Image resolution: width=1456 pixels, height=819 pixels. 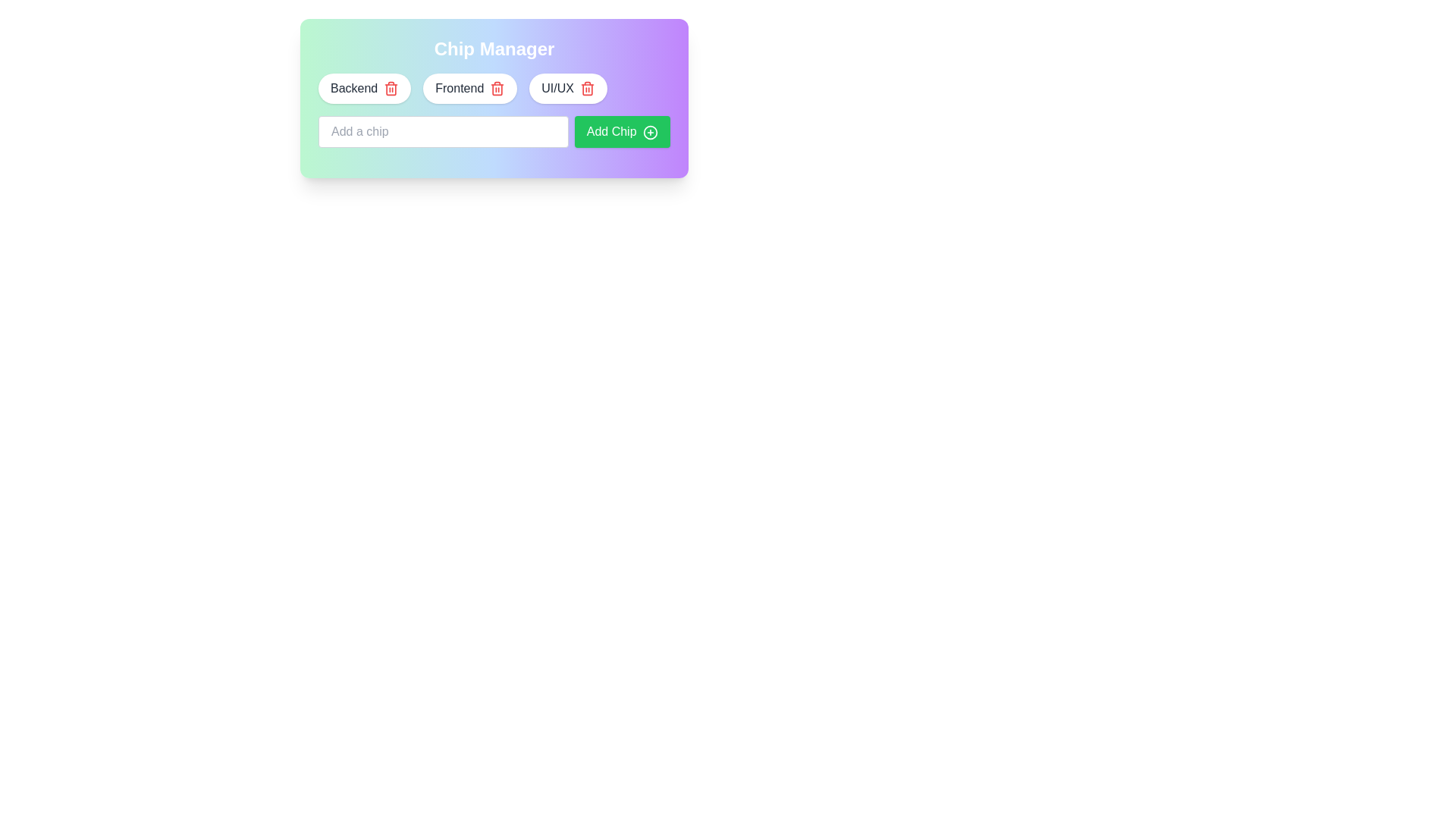 What do you see at coordinates (469, 88) in the screenshot?
I see `the 'Frontend' Chip element, which is a horizontally elongated button with a trash can icon` at bounding box center [469, 88].